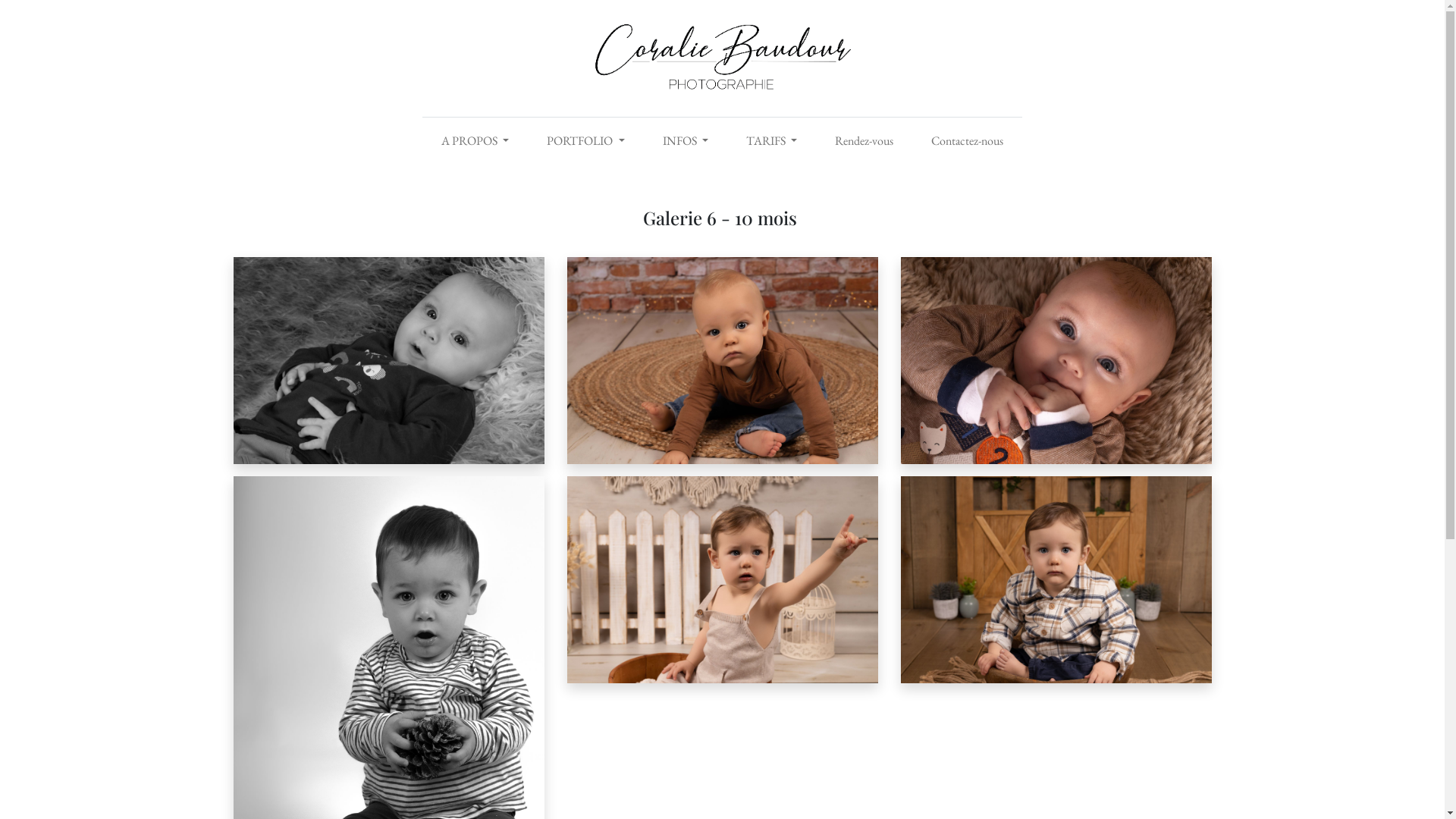  What do you see at coordinates (474, 140) in the screenshot?
I see `'A PROPOS'` at bounding box center [474, 140].